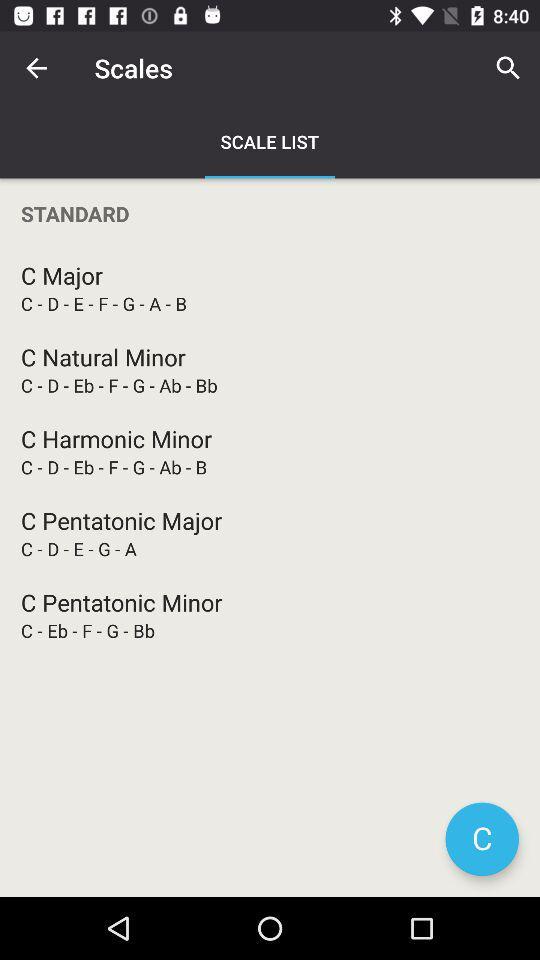 Image resolution: width=540 pixels, height=960 pixels. I want to click on item to the left of the scales item, so click(36, 68).